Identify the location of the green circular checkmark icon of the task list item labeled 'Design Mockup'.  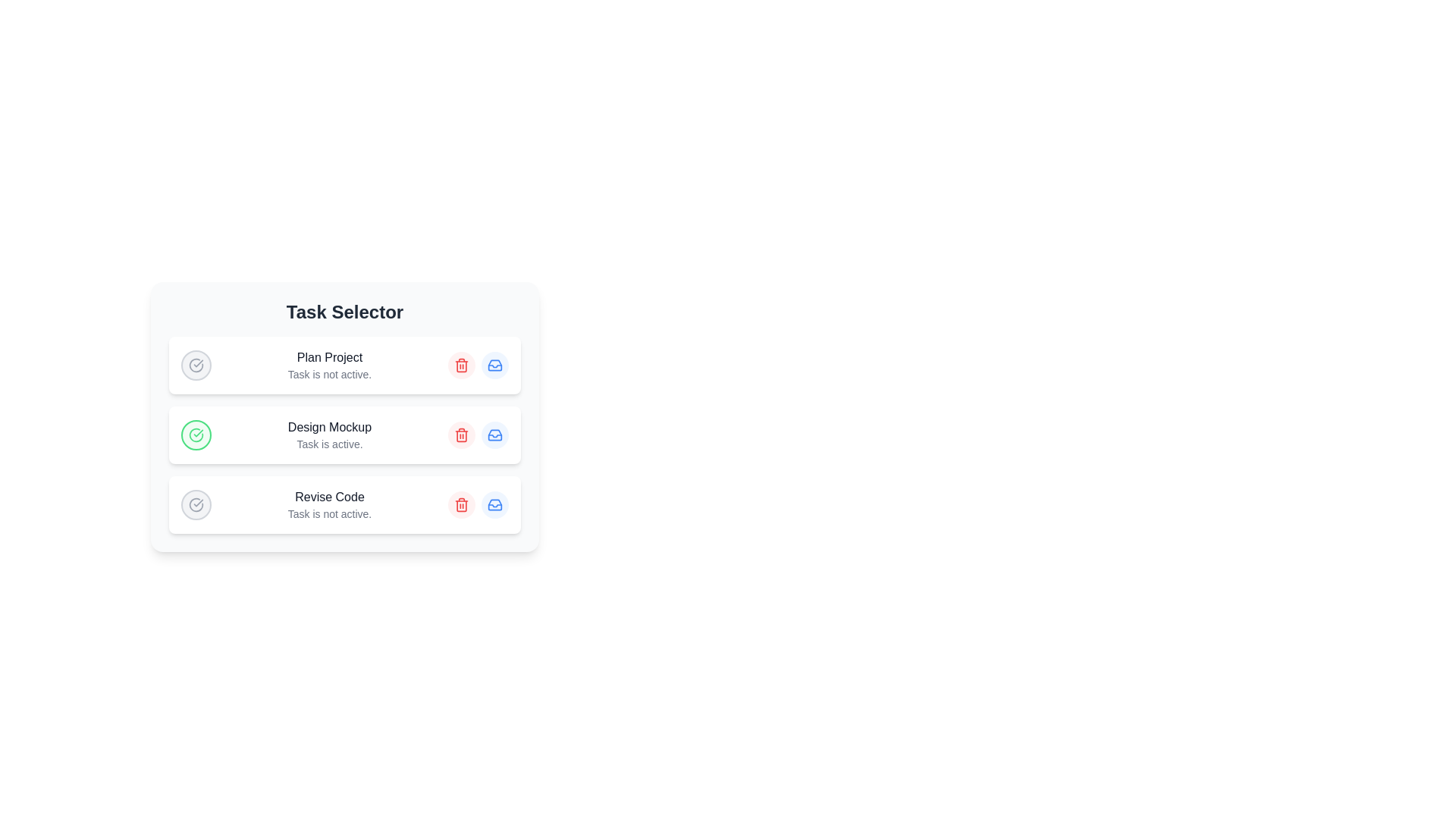
(344, 435).